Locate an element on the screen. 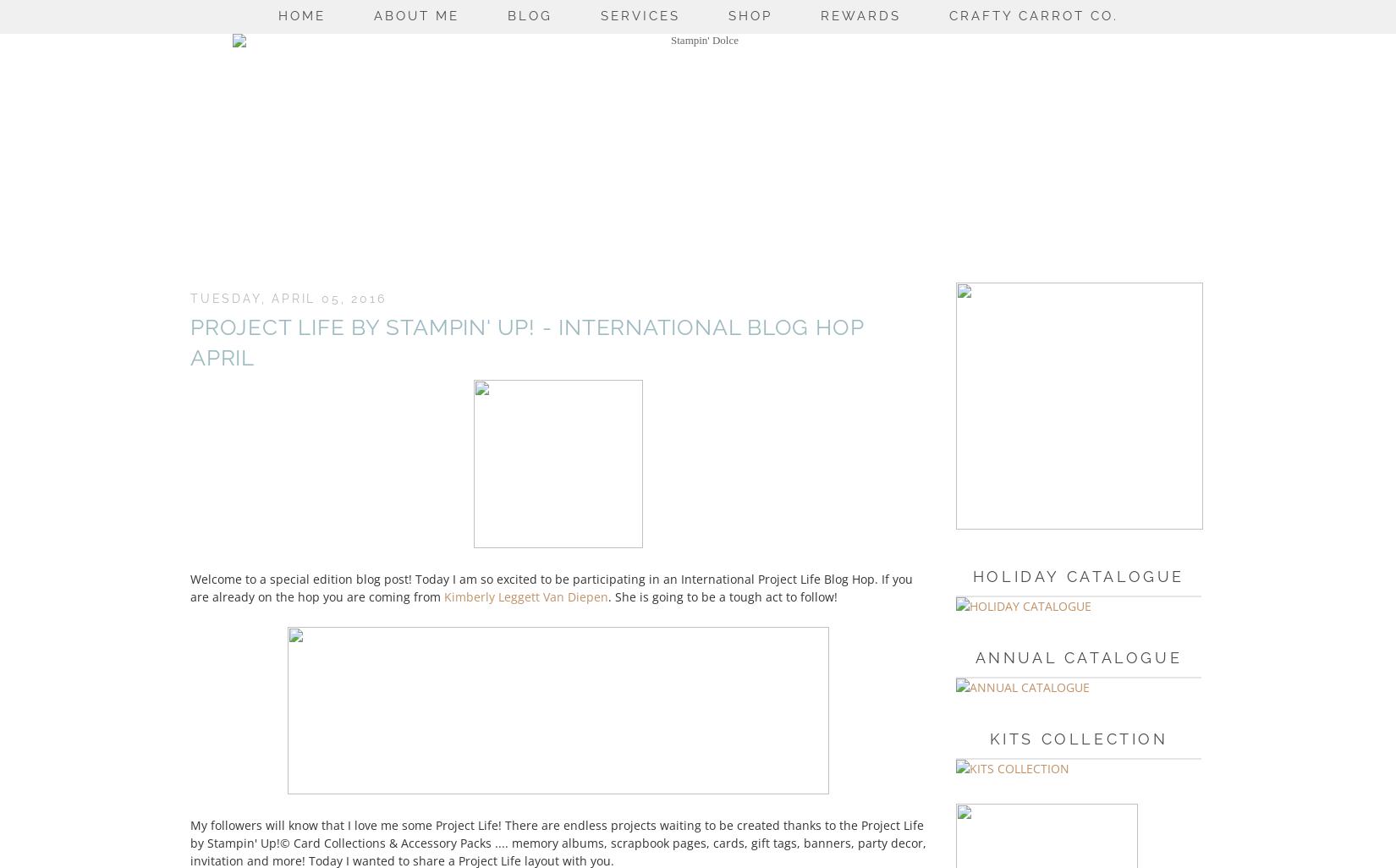 The width and height of the screenshot is (1396, 868). '. She is going to be a tough act to follow!' is located at coordinates (607, 596).